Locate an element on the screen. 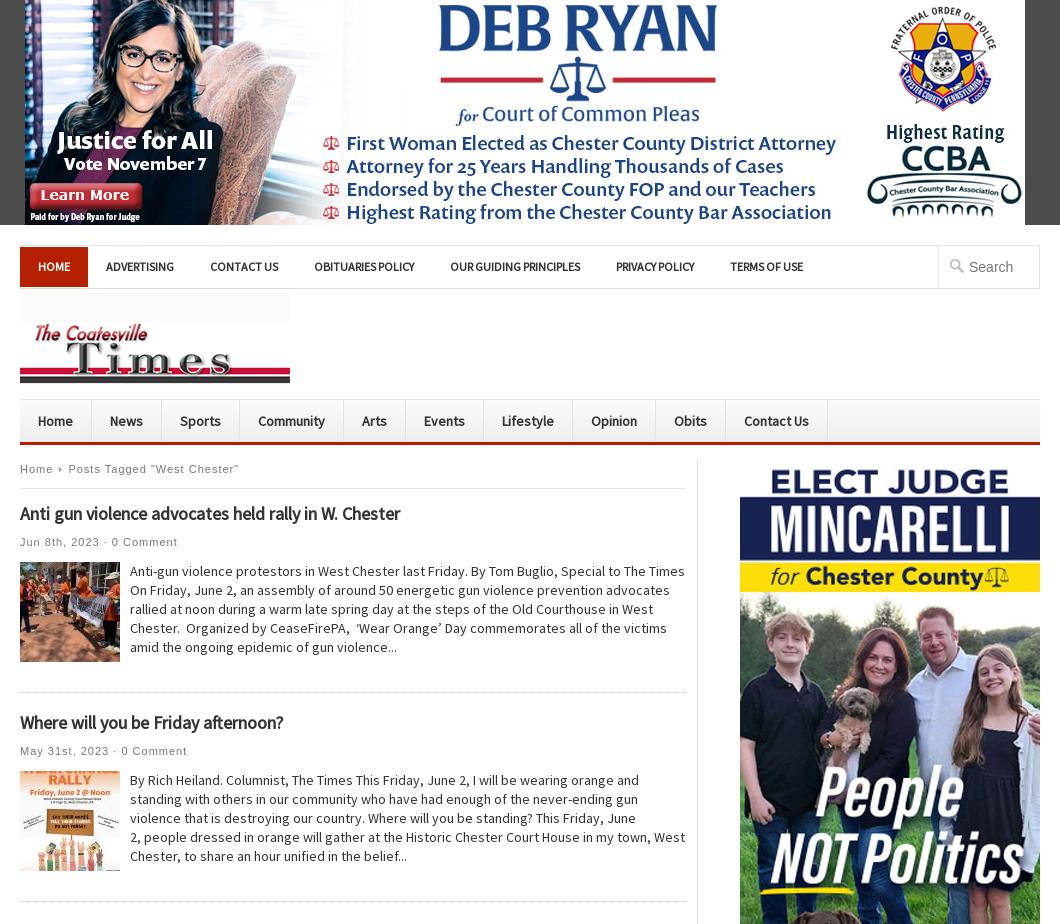 This screenshot has height=924, width=1060. 'Opinion' is located at coordinates (613, 420).